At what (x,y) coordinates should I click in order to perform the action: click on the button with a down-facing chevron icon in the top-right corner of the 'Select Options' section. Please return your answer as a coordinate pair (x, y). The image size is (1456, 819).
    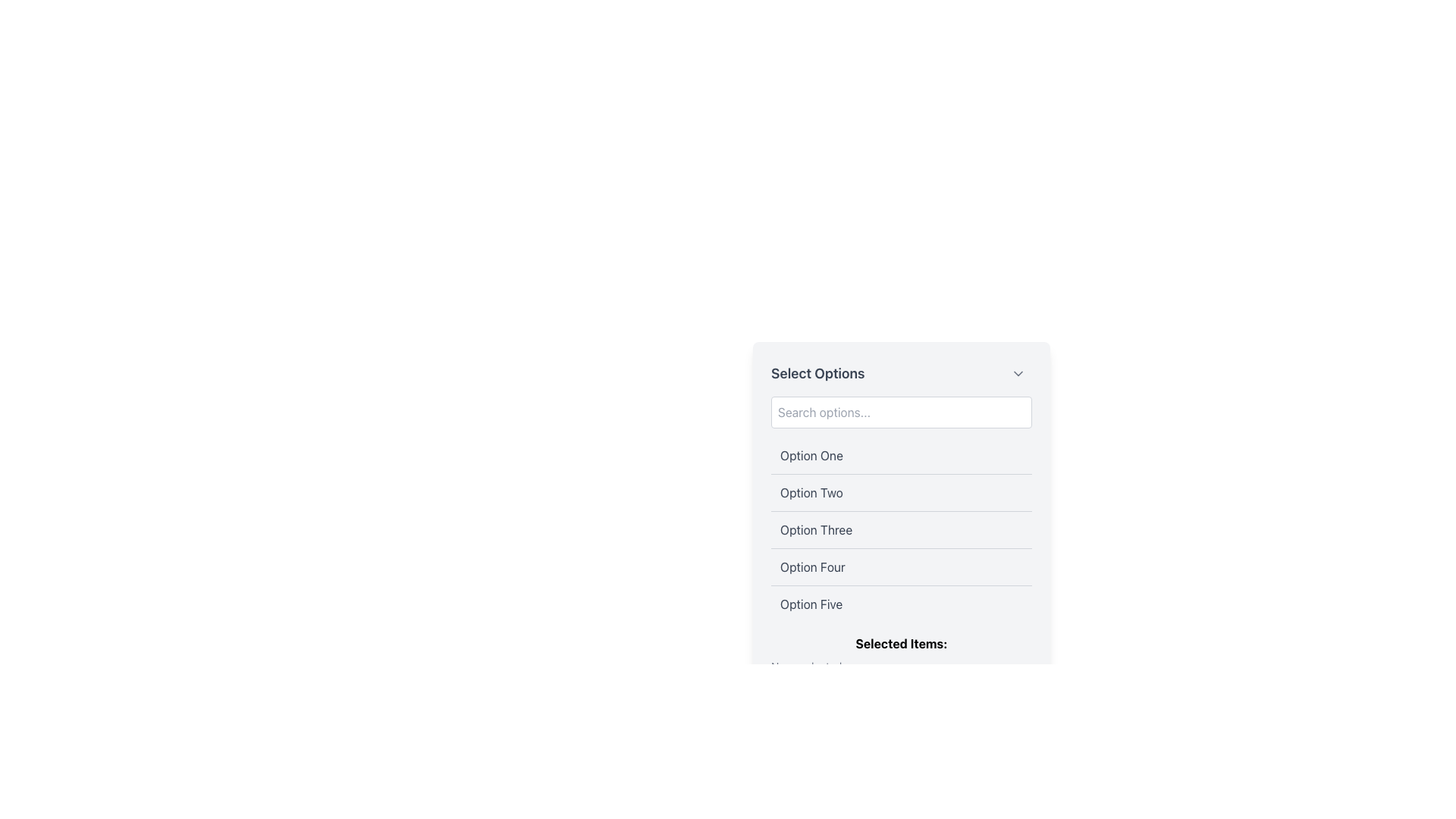
    Looking at the image, I should click on (1018, 374).